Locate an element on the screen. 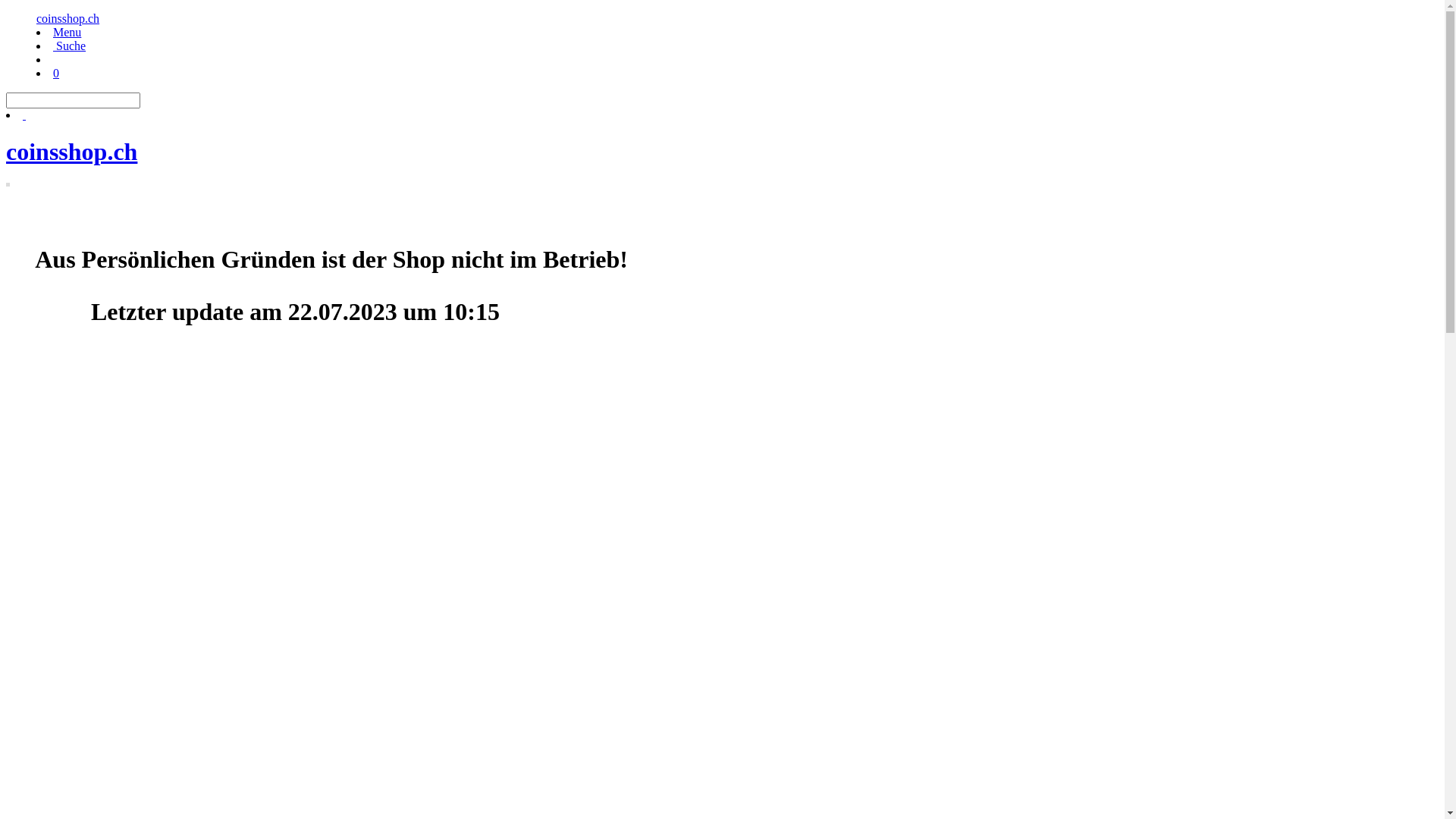  ' ' is located at coordinates (24, 114).